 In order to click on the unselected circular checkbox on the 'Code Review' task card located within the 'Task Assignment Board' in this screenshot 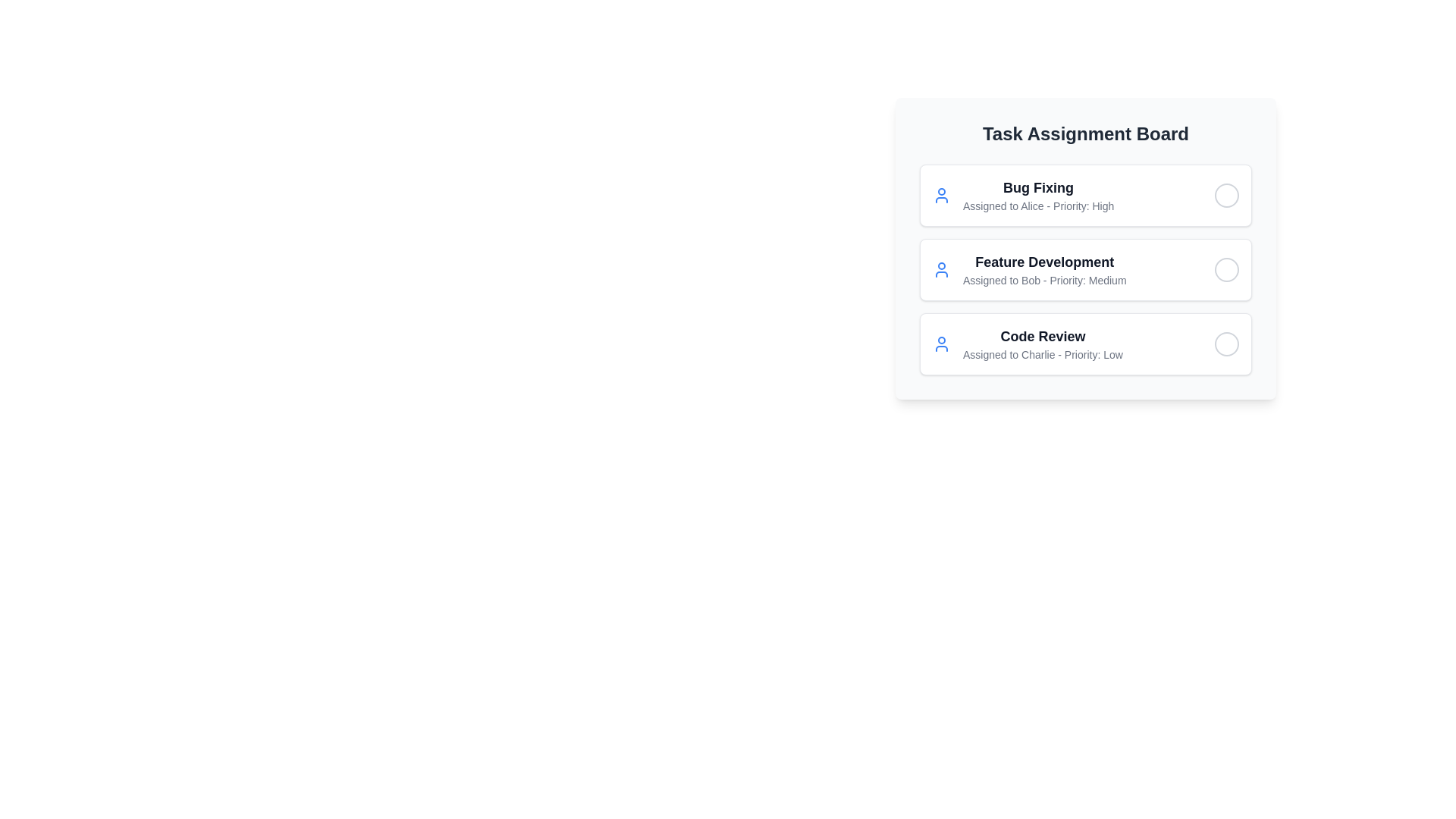, I will do `click(1084, 344)`.